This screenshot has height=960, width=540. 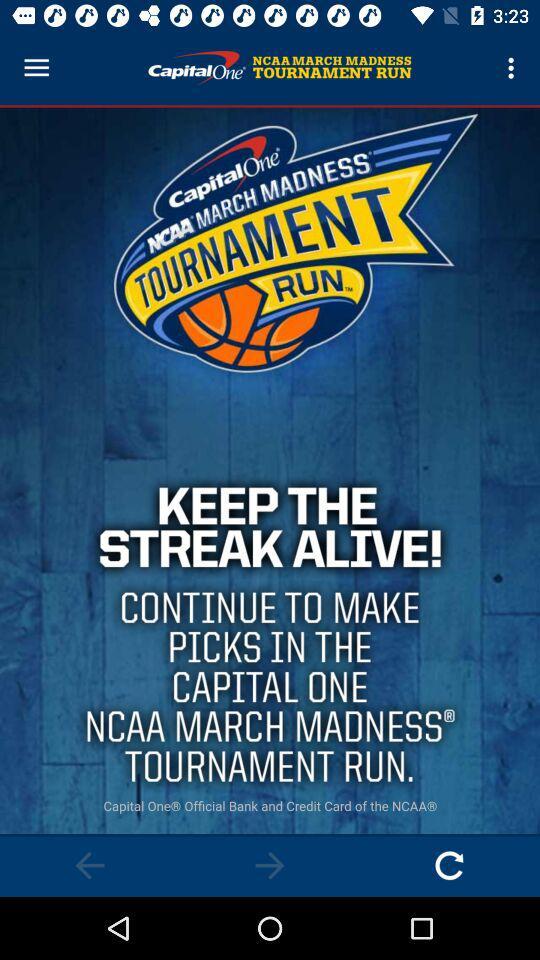 What do you see at coordinates (89, 864) in the screenshot?
I see `aromark` at bounding box center [89, 864].